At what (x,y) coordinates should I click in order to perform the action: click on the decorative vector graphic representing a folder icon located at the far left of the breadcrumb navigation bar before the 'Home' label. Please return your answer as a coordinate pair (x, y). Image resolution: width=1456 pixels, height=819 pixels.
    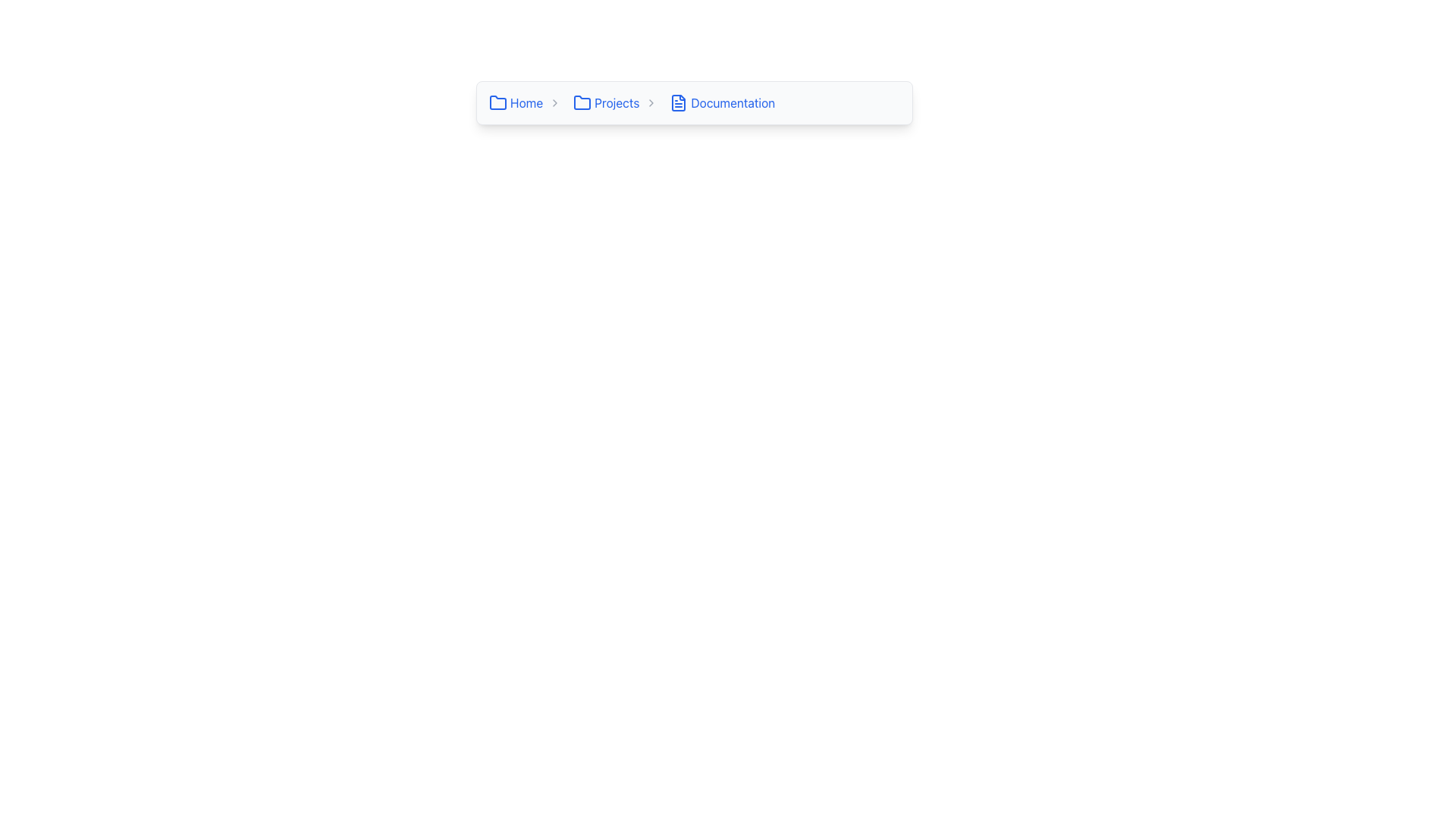
    Looking at the image, I should click on (582, 102).